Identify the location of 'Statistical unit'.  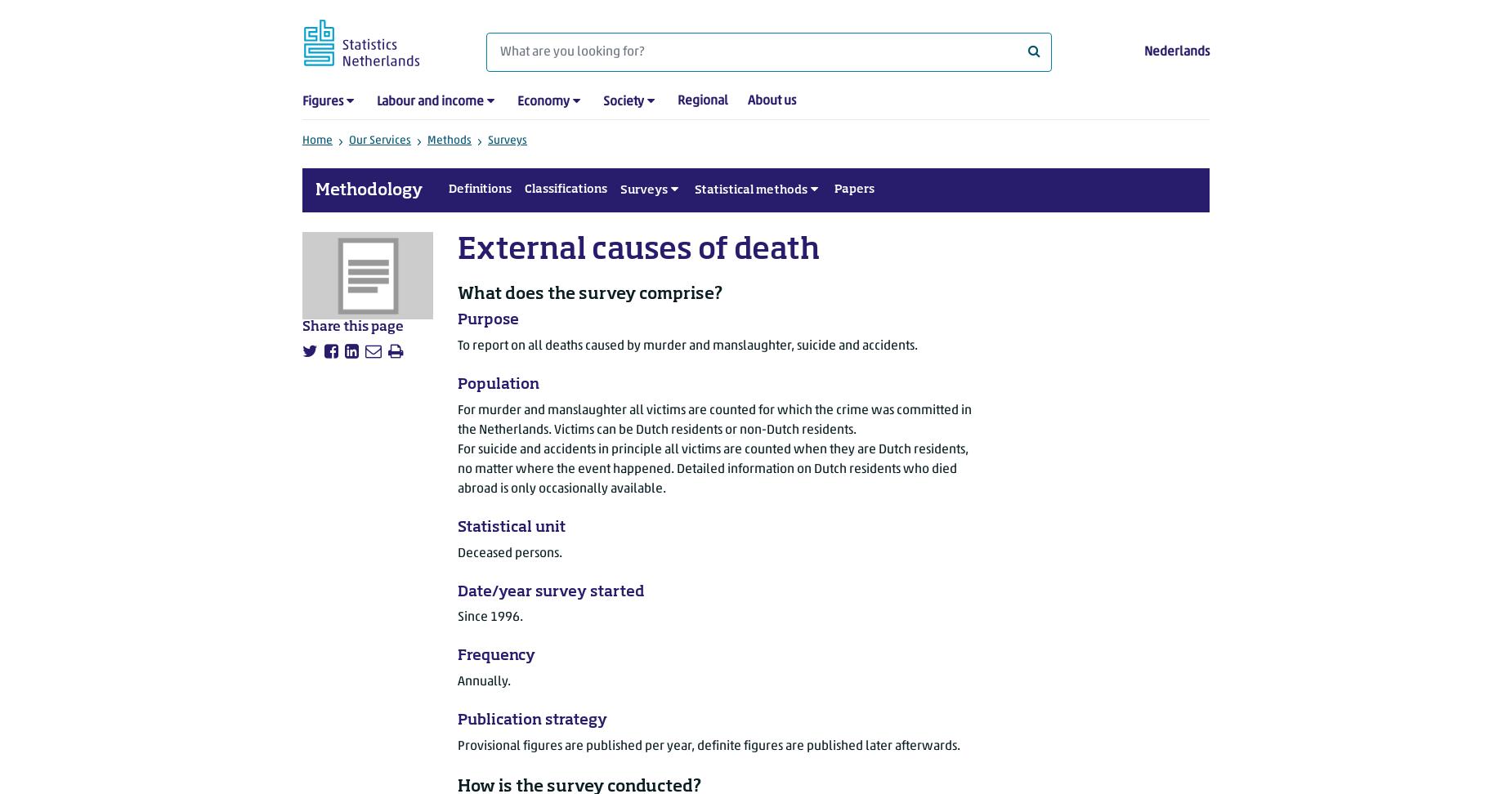
(512, 527).